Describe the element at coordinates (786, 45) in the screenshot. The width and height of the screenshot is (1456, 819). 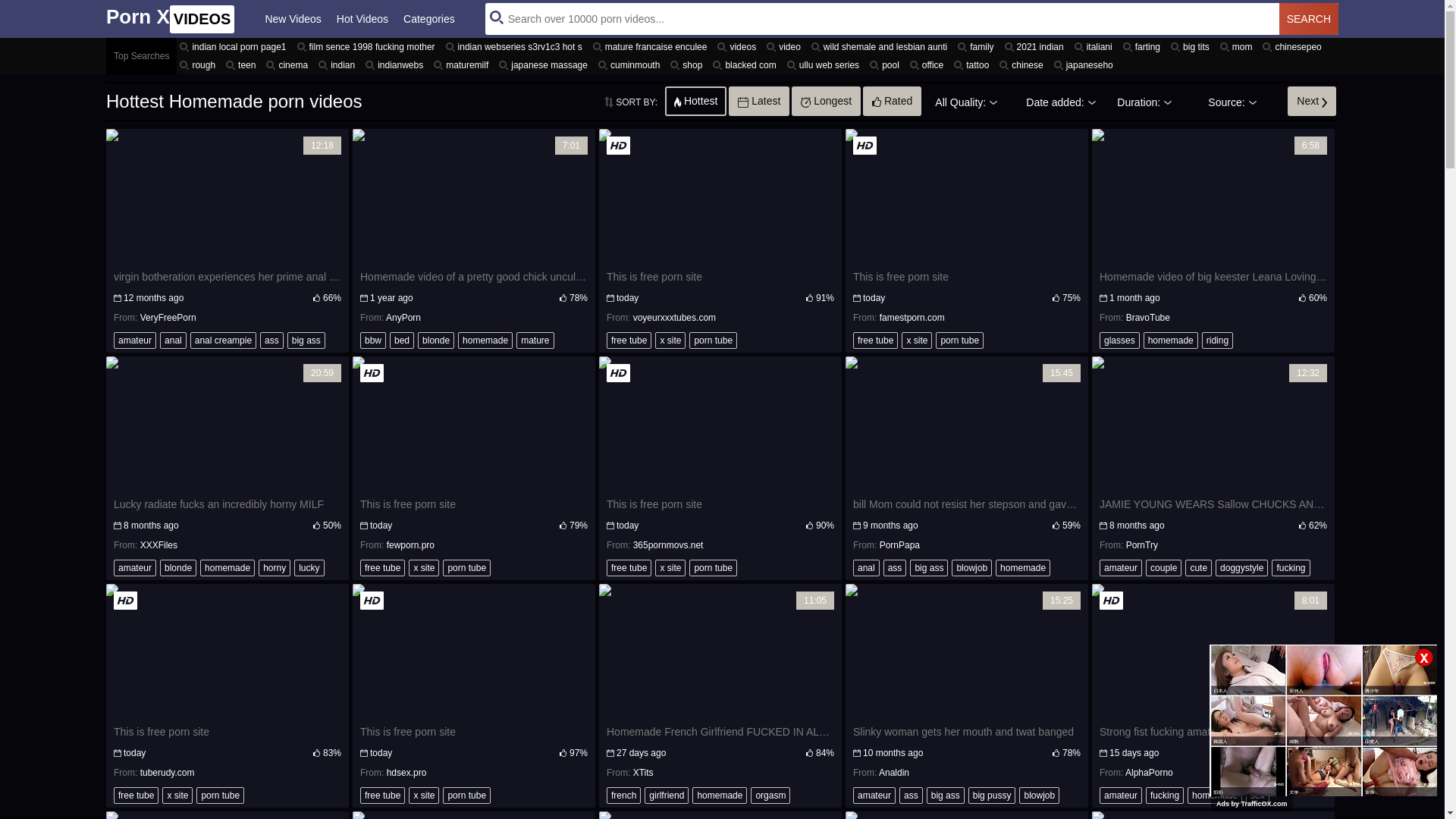
I see `'video'` at that location.